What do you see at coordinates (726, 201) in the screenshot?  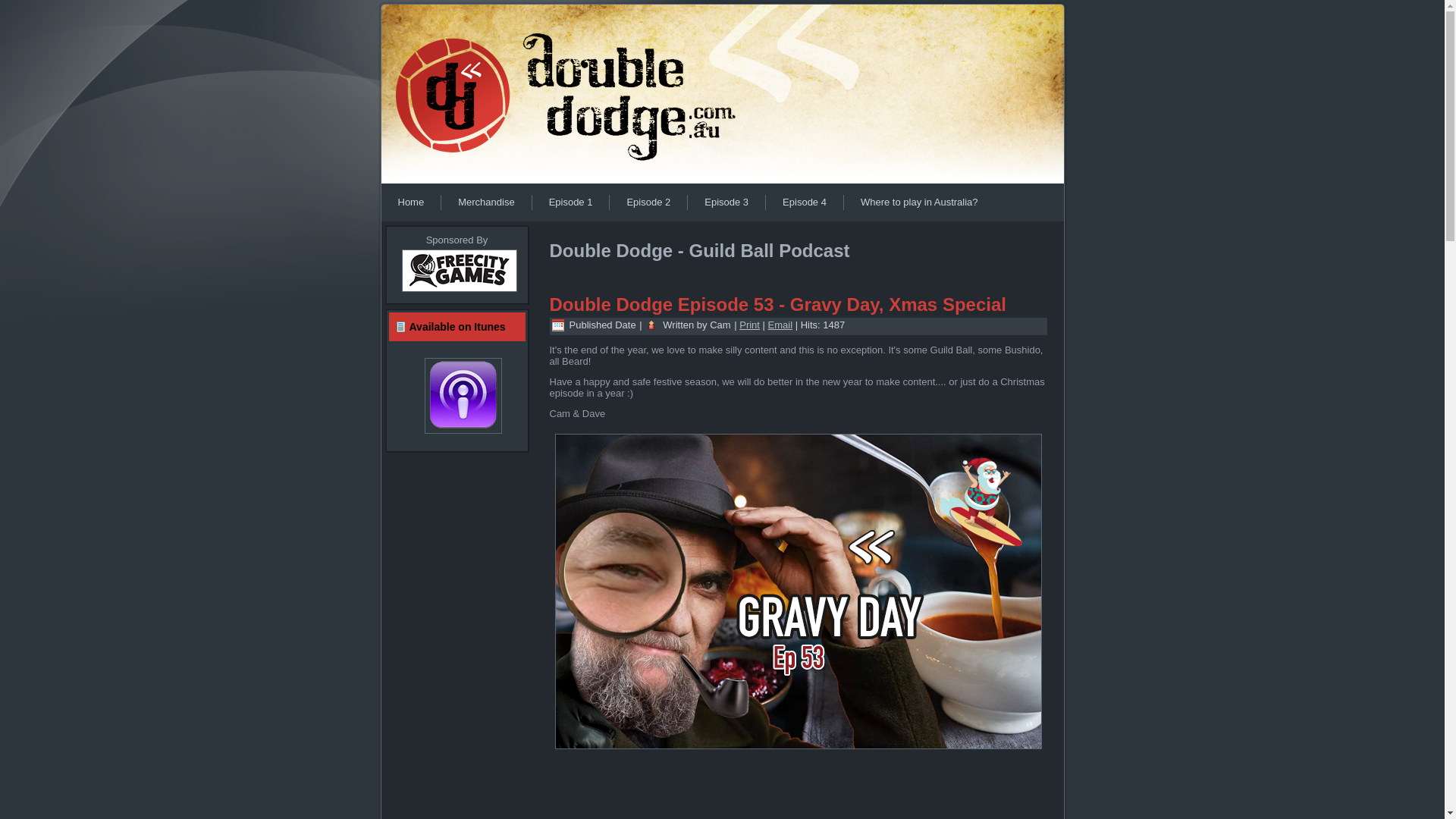 I see `'Episode 3'` at bounding box center [726, 201].